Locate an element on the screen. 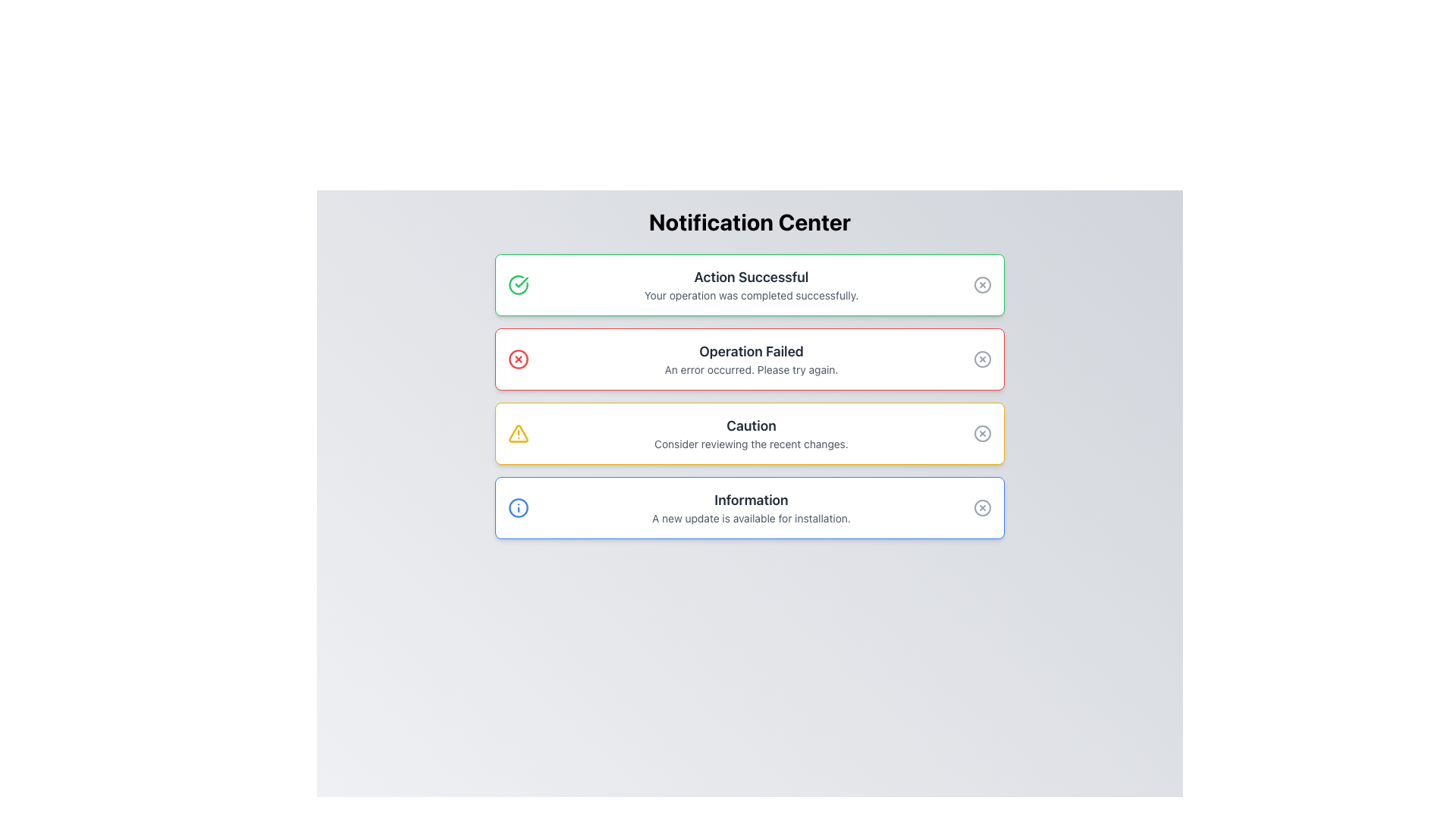  the Text block that notifies users about the availability of a new update, located within the last notification card below the 'Caution' notification is located at coordinates (751, 508).